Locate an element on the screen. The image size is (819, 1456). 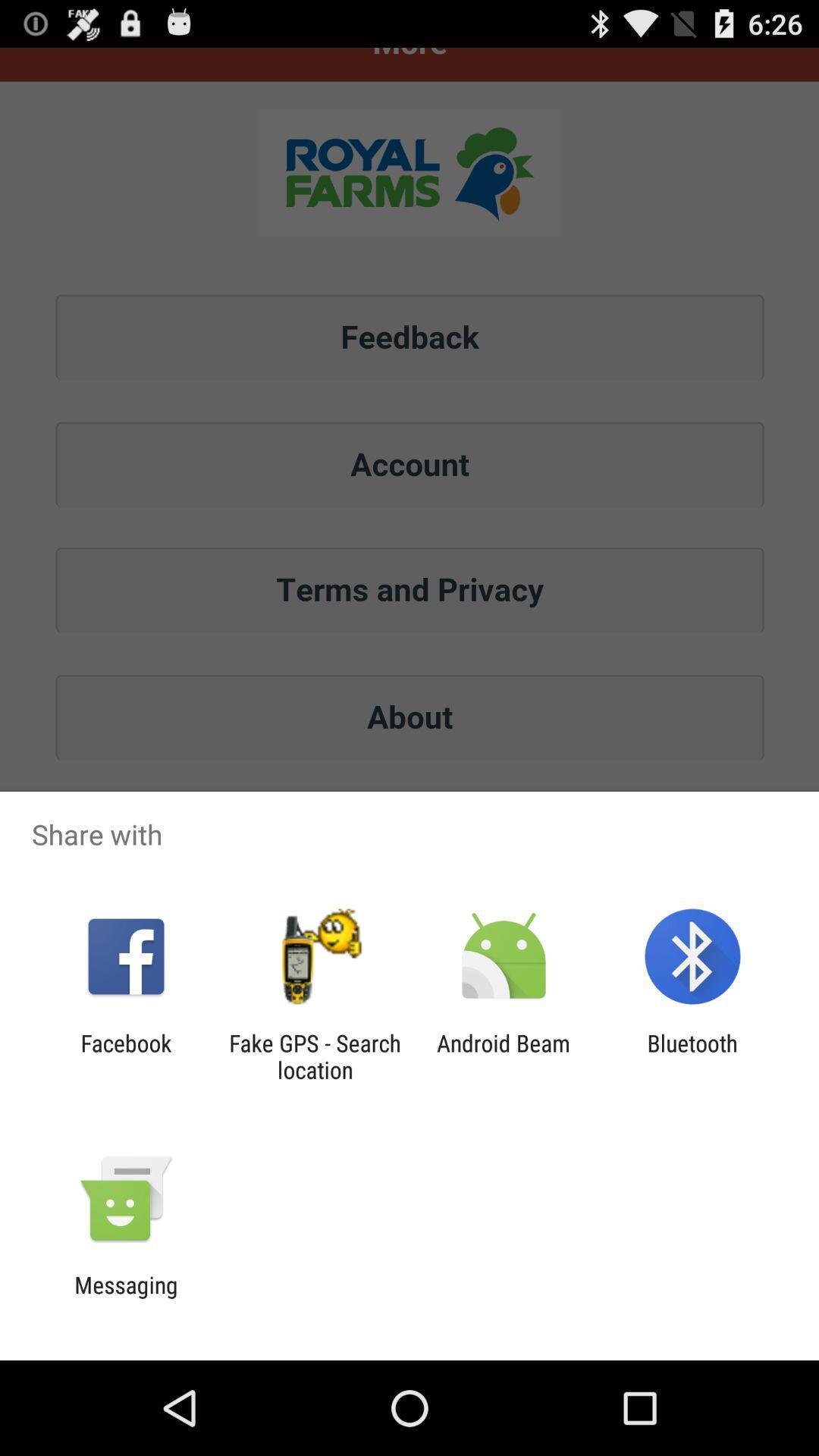
bluetooth app is located at coordinates (692, 1056).